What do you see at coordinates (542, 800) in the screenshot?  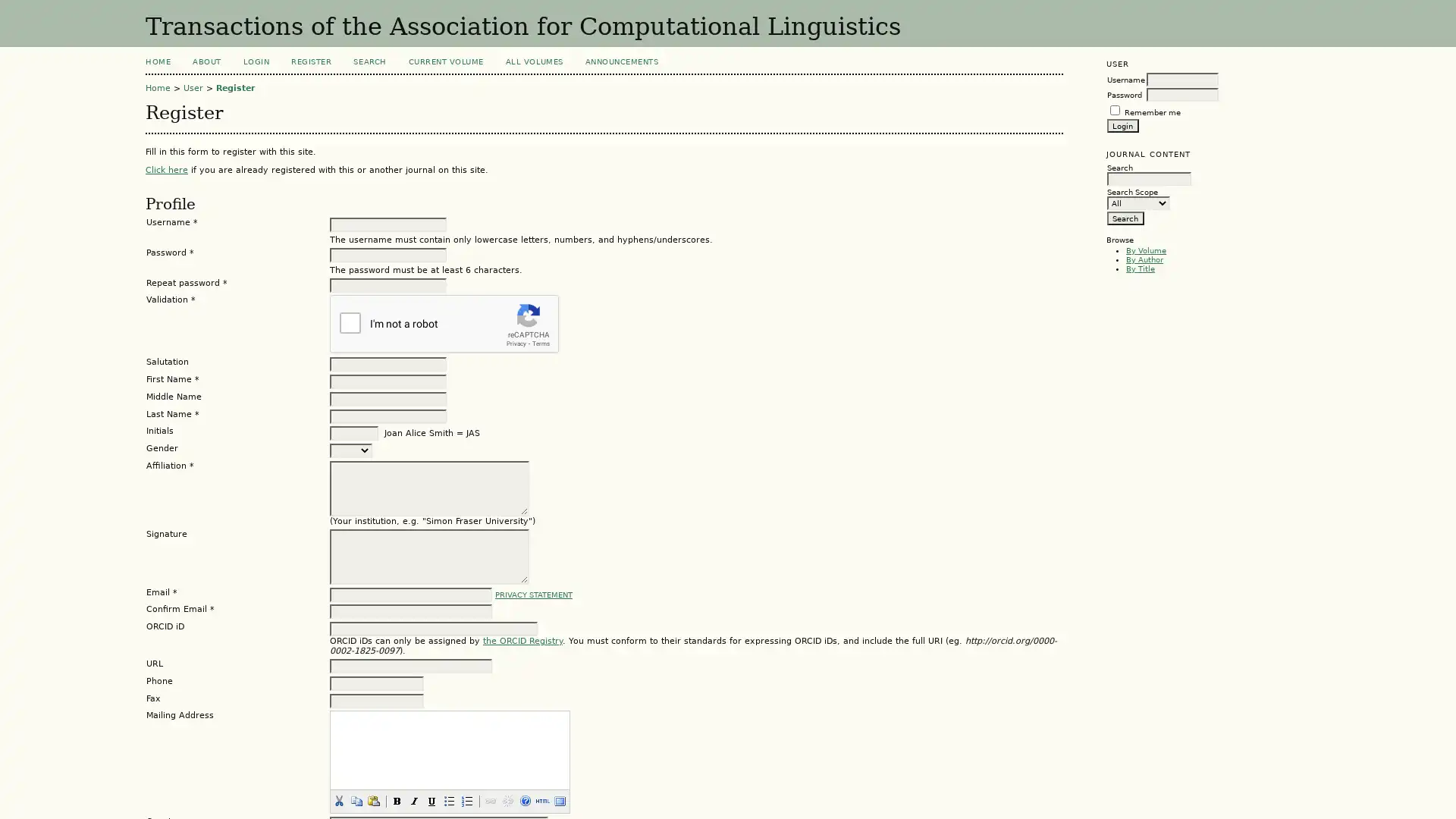 I see `Edit HTML Source` at bounding box center [542, 800].